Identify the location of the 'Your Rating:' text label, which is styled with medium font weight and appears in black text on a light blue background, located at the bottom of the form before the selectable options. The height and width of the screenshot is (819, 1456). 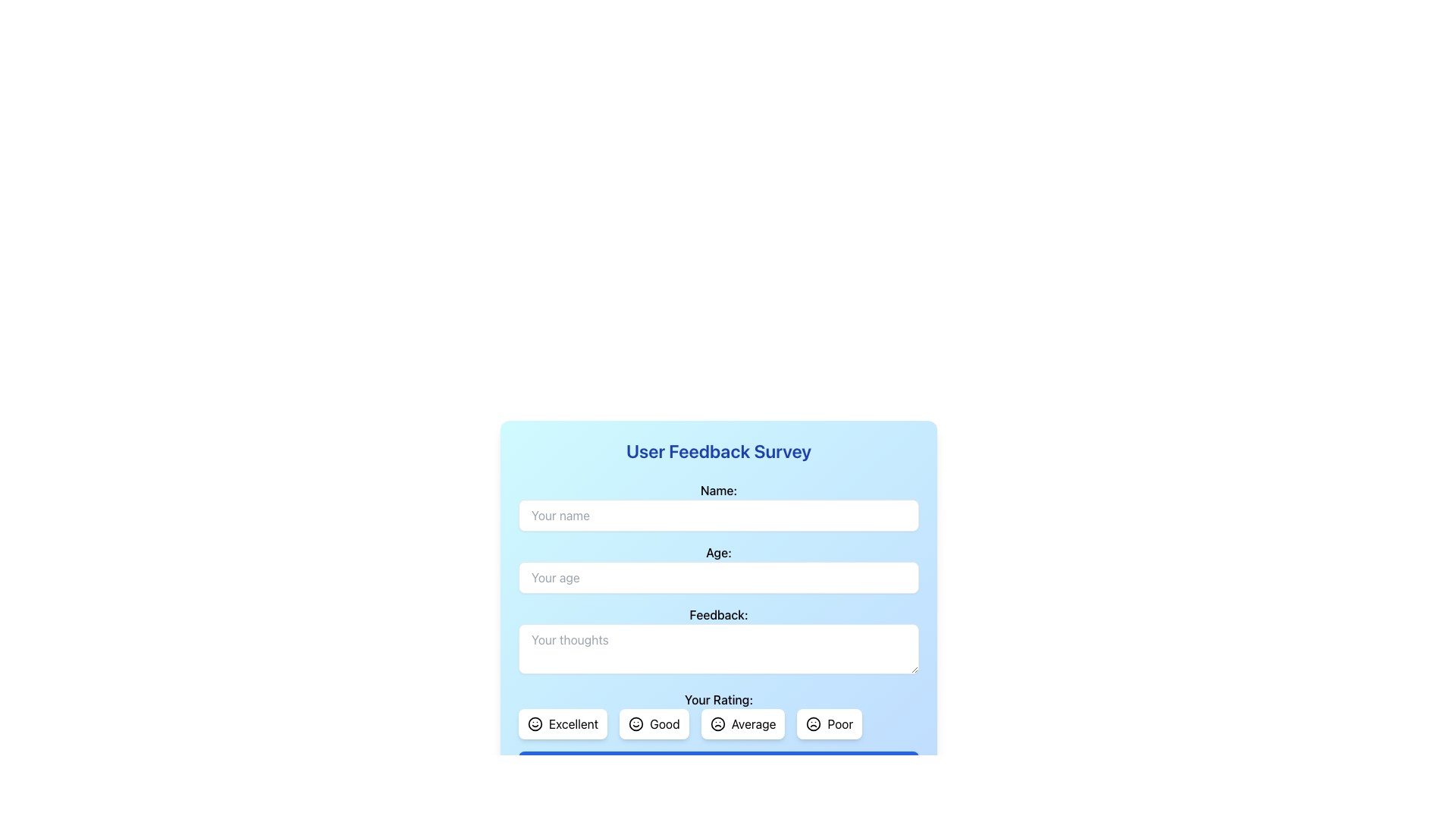
(718, 699).